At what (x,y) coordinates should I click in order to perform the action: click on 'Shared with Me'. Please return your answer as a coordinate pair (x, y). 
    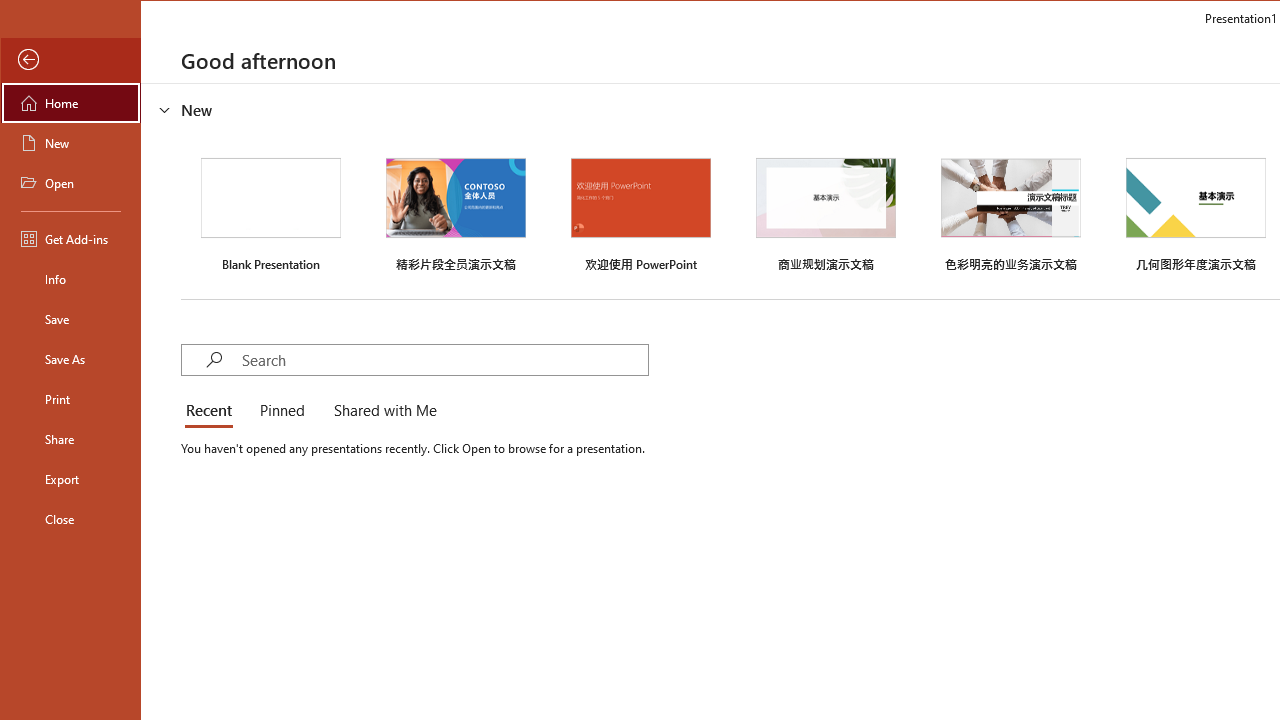
    Looking at the image, I should click on (381, 410).